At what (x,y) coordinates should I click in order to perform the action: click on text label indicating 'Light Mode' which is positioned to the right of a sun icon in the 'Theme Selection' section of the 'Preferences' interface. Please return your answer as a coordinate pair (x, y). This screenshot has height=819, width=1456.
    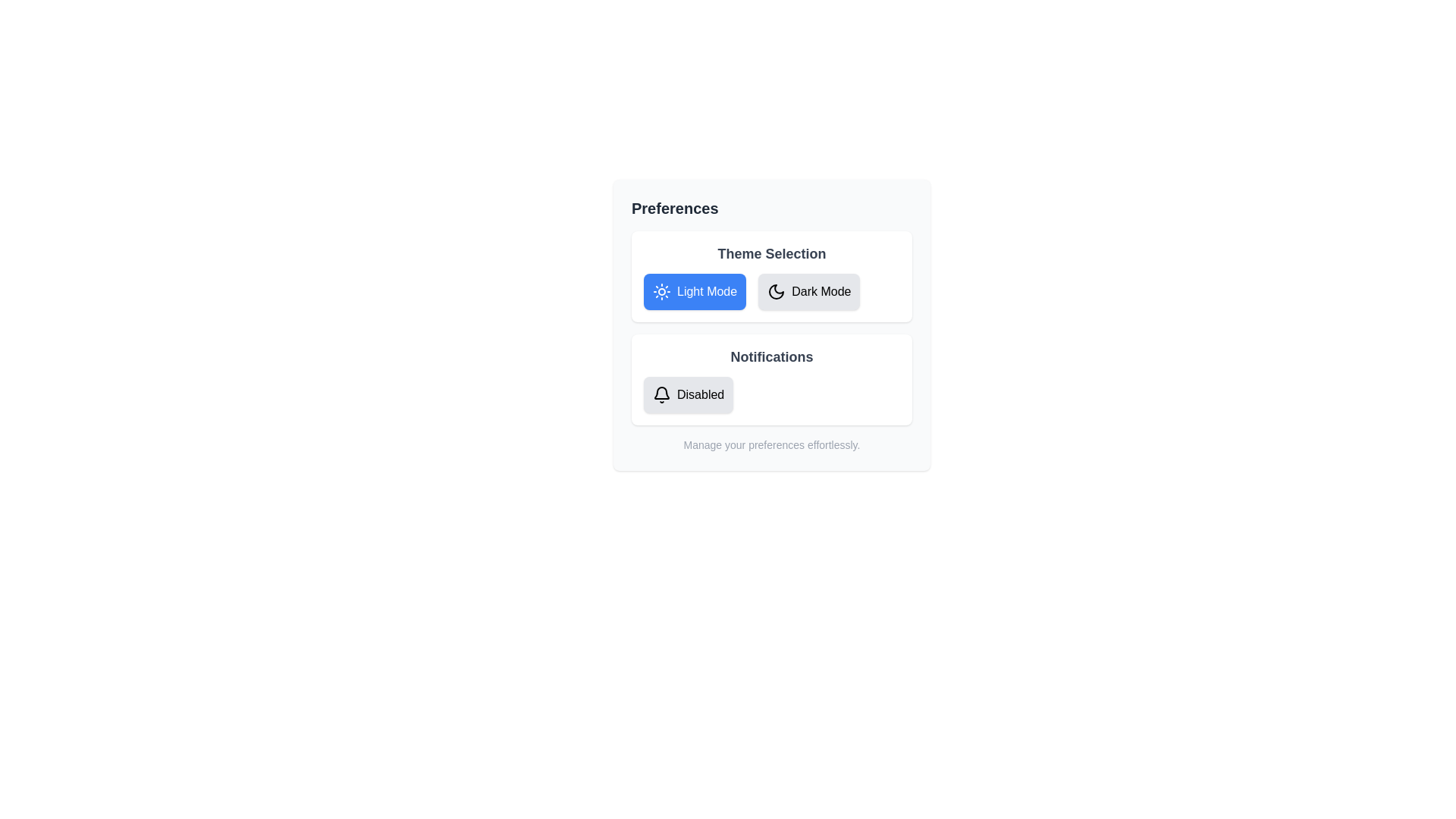
    Looking at the image, I should click on (706, 292).